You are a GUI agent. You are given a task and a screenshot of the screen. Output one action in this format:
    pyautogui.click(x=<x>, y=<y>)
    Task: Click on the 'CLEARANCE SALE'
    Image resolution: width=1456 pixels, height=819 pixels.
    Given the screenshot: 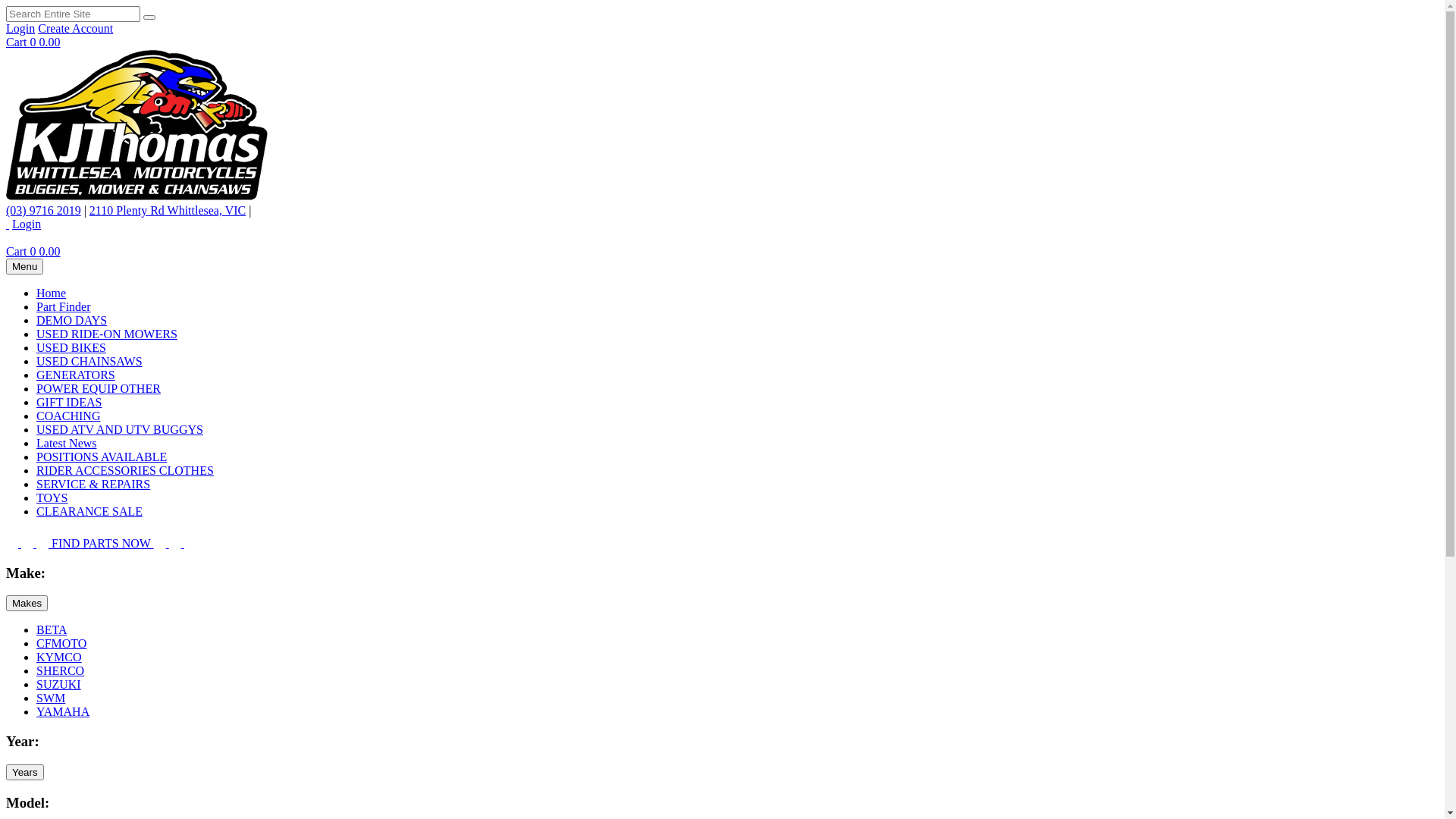 What is the action you would take?
    pyautogui.click(x=89, y=511)
    